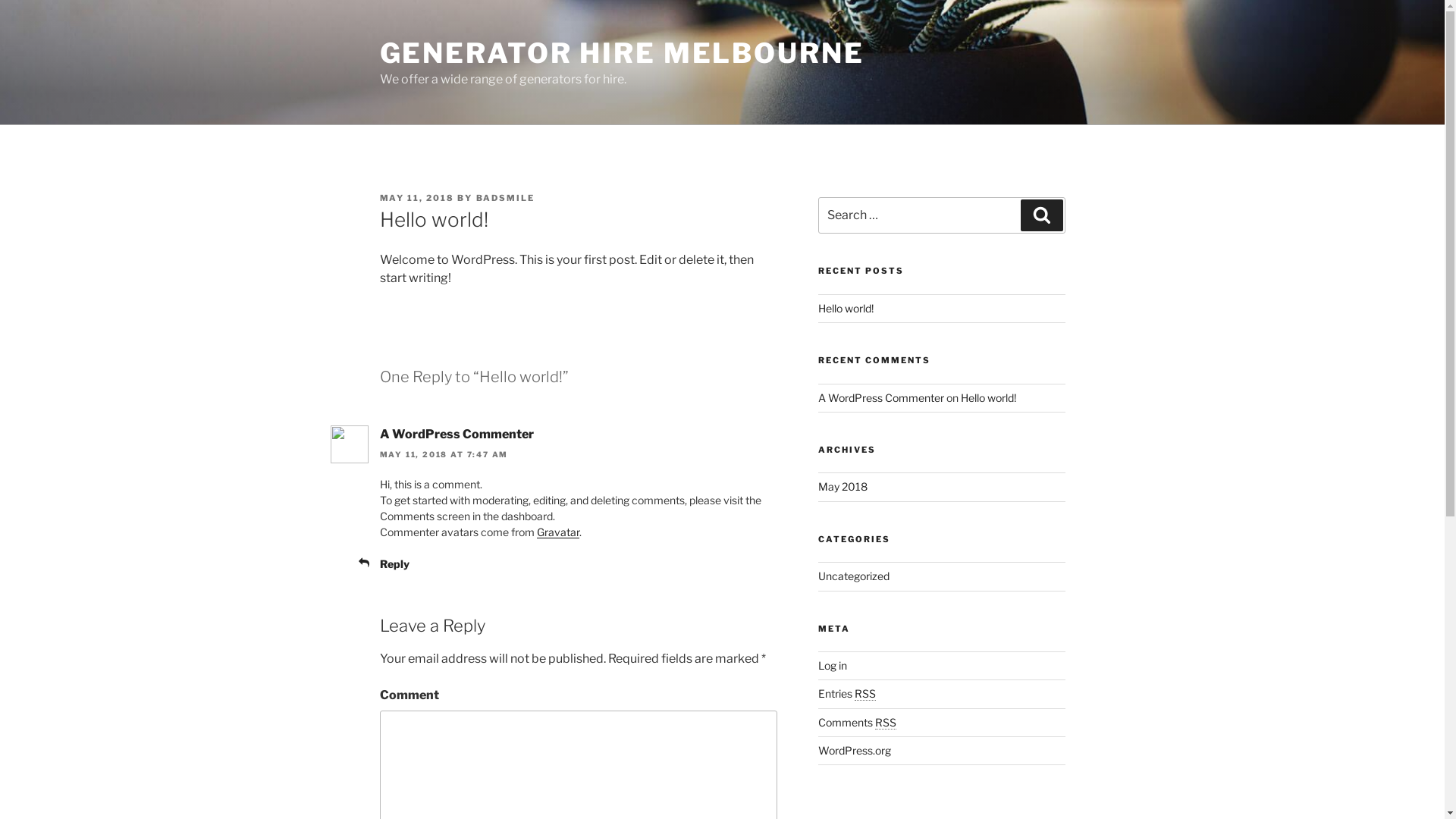  Describe the element at coordinates (378, 563) in the screenshot. I see `'Reply'` at that location.